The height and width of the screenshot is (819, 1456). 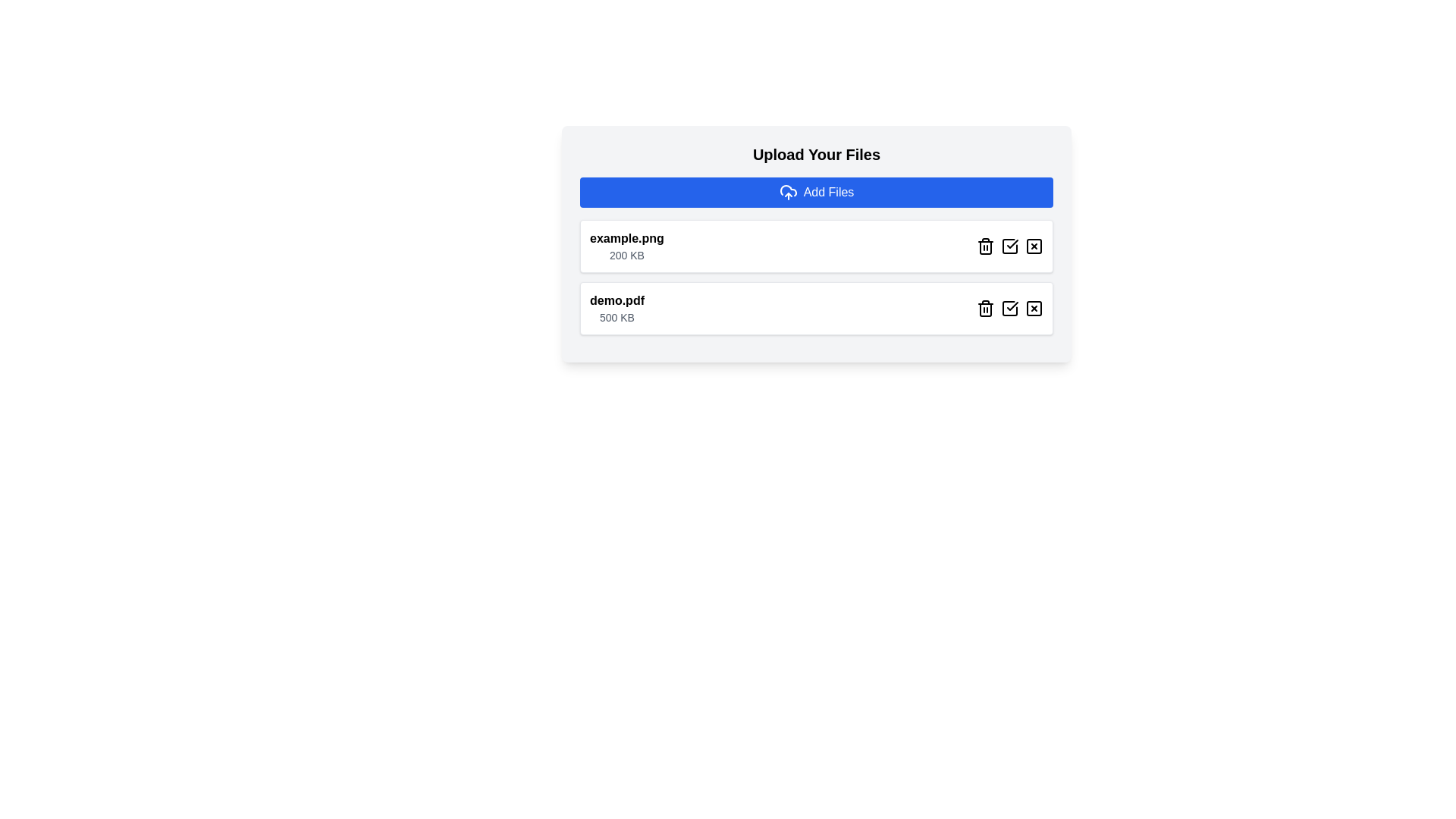 I want to click on the file name 'demo.pdf' displayed in bold font, which is the second item in the file listing interface, so click(x=617, y=308).